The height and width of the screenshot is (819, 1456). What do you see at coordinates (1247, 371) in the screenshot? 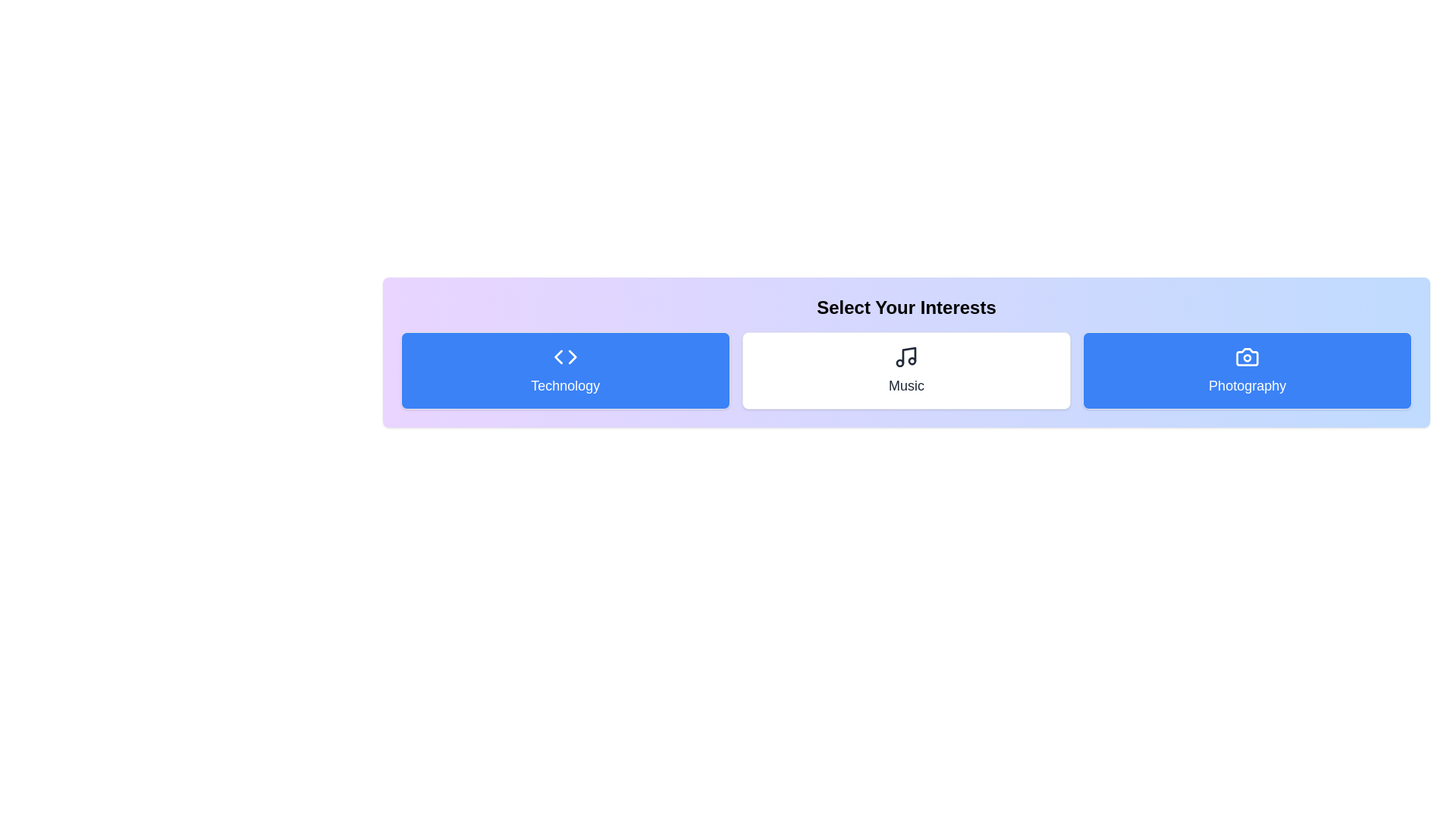
I see `the 'Photography' category to toggle its activation state` at bounding box center [1247, 371].